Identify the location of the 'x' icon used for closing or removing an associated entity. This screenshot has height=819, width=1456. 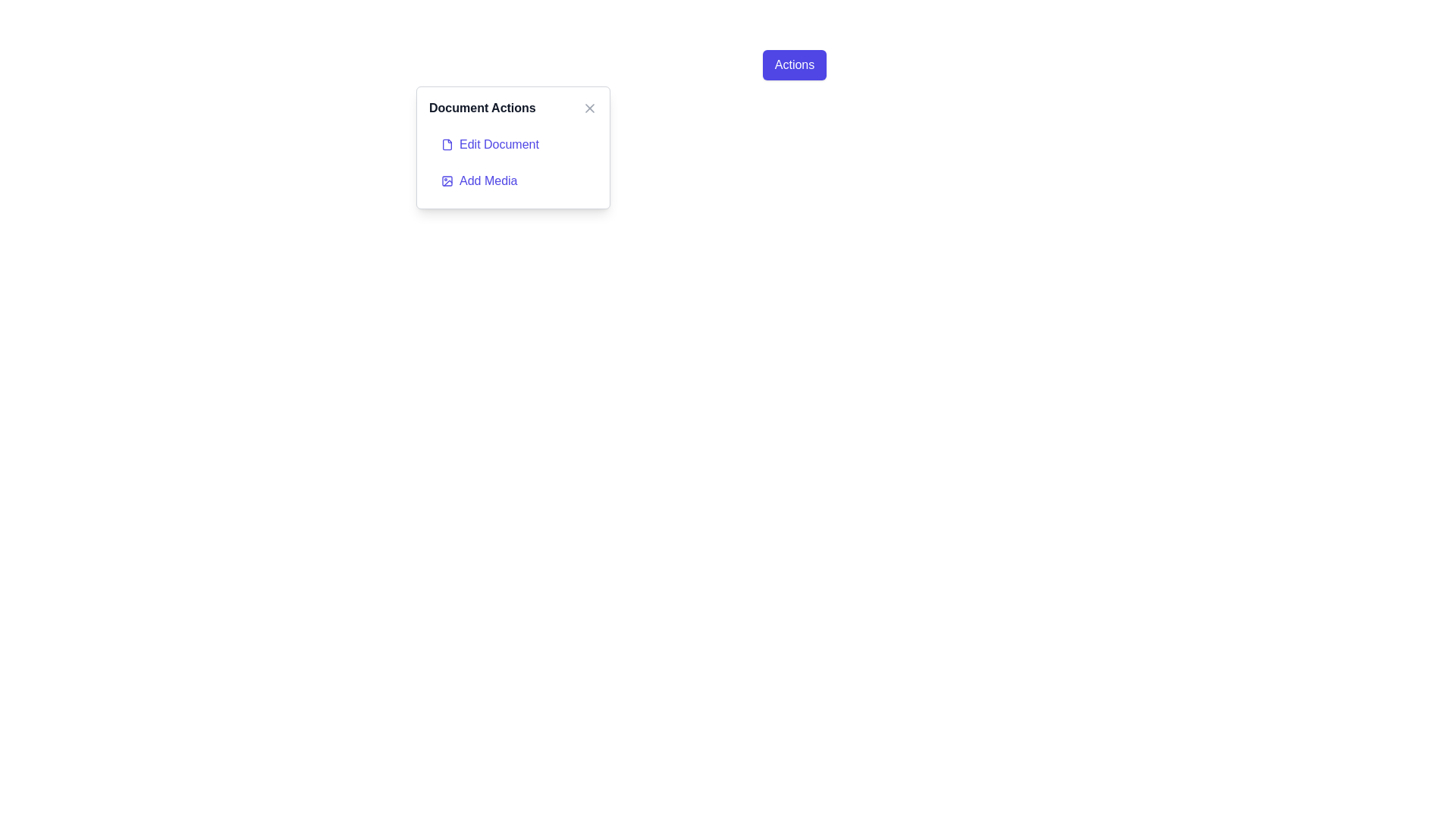
(588, 107).